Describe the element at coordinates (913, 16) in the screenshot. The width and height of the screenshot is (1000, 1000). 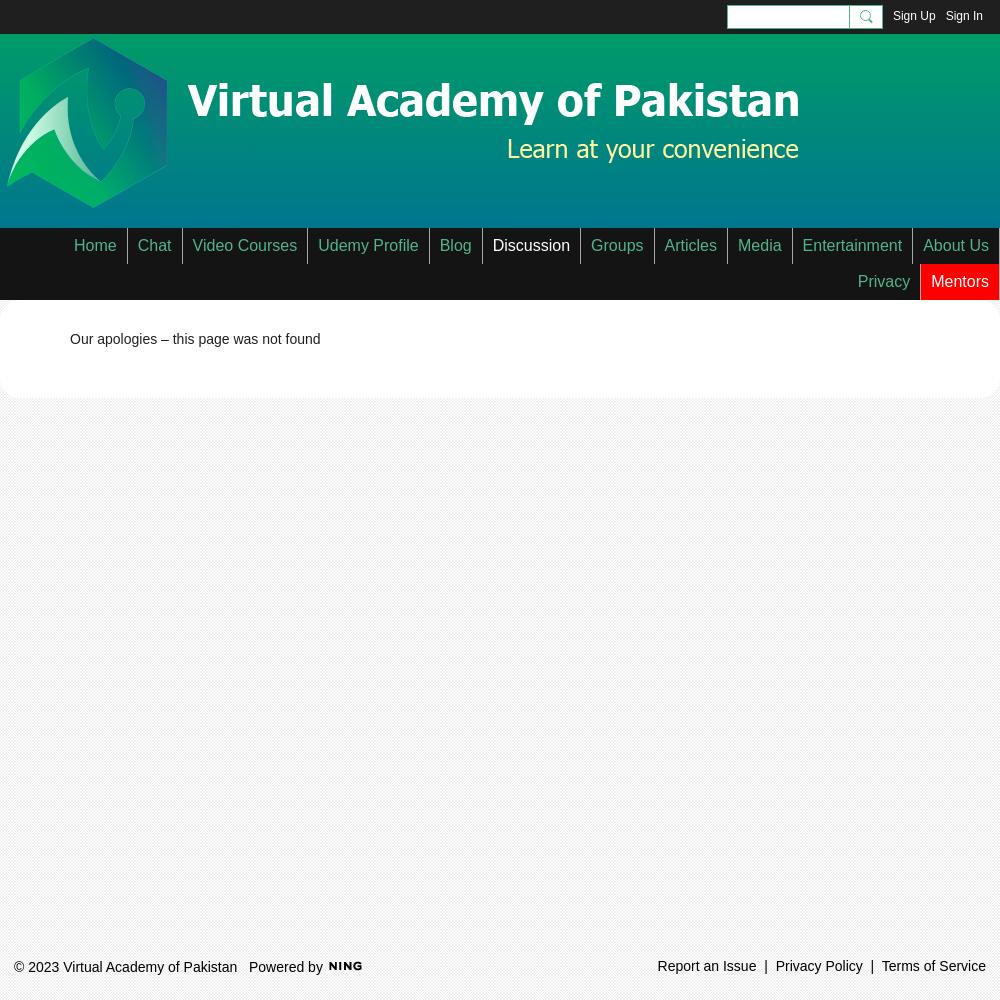
I see `'Sign Up'` at that location.